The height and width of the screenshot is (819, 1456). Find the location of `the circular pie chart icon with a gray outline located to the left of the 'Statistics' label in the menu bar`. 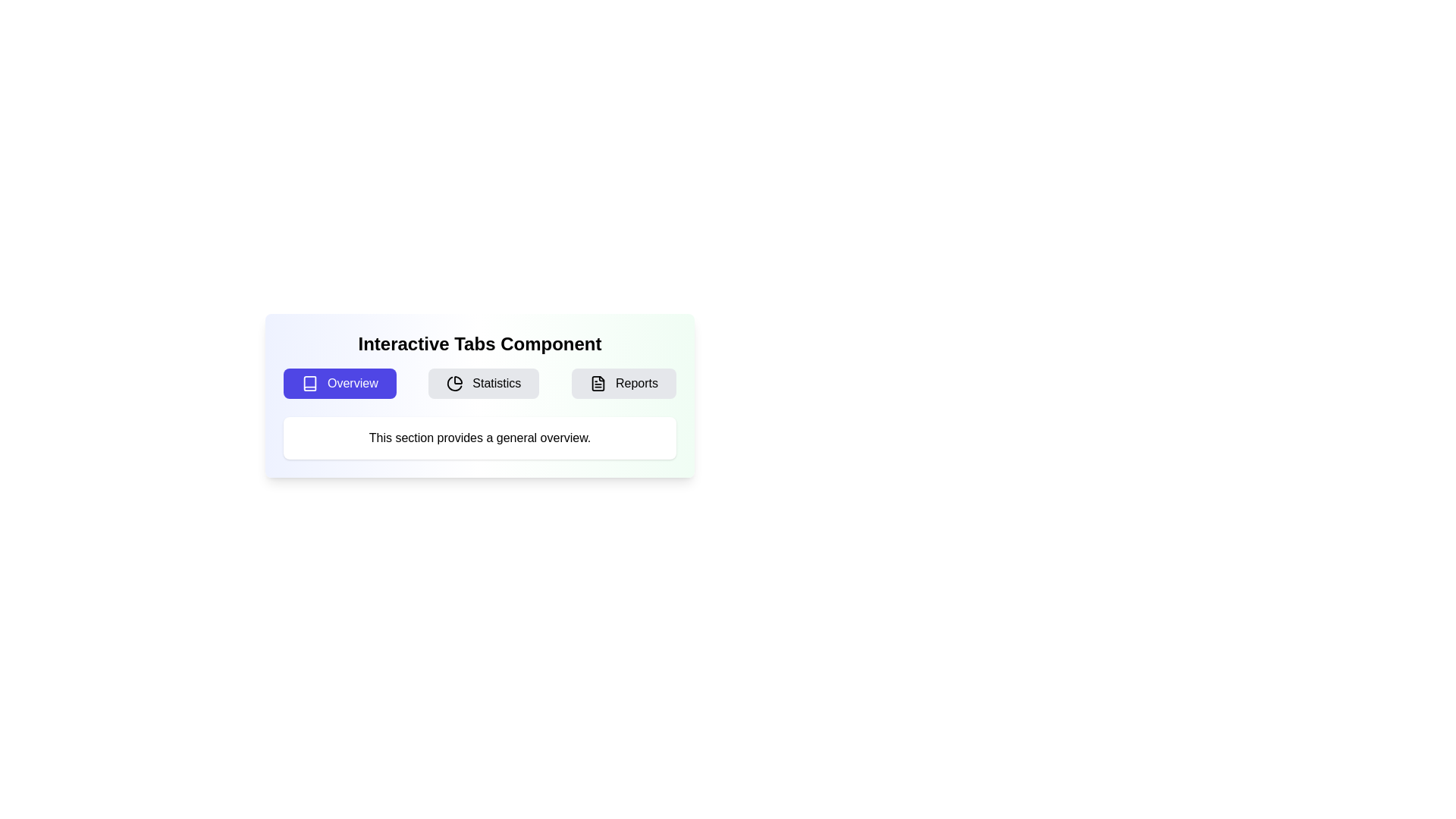

the circular pie chart icon with a gray outline located to the left of the 'Statistics' label in the menu bar is located at coordinates (454, 382).